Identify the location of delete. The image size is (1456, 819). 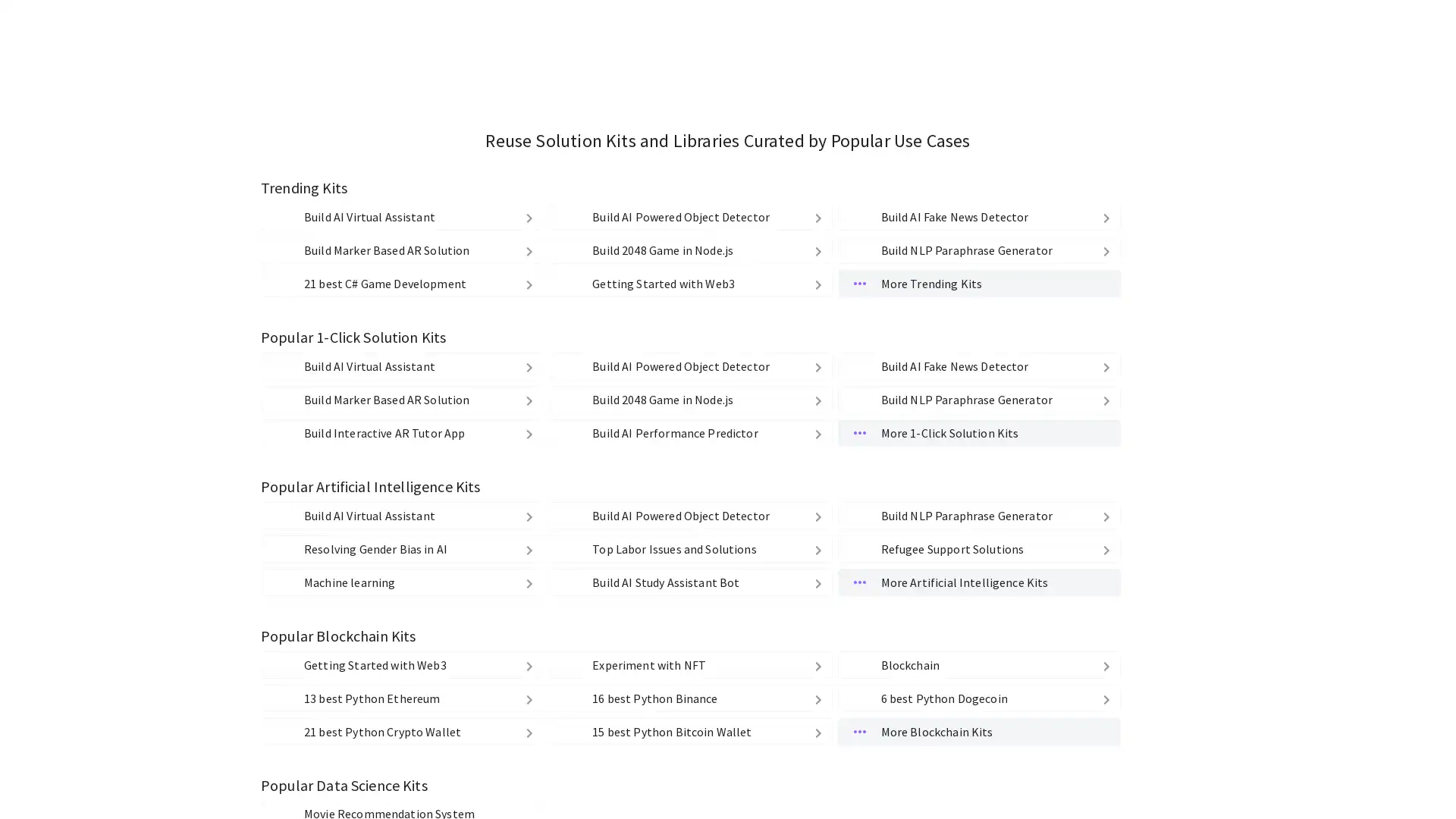
(517, 665).